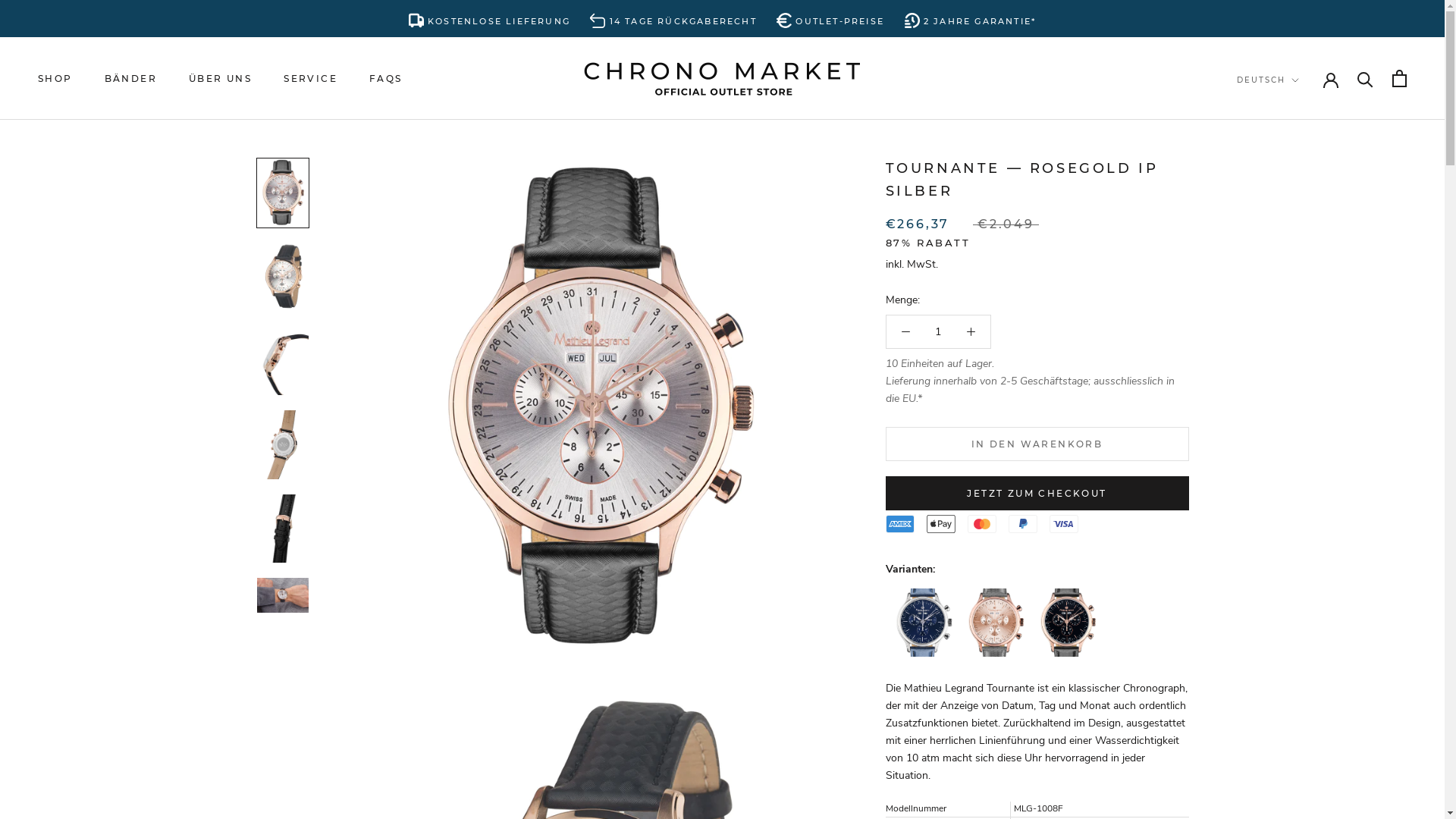 This screenshot has height=819, width=1456. What do you see at coordinates (309, 78) in the screenshot?
I see `'SERVICE'` at bounding box center [309, 78].